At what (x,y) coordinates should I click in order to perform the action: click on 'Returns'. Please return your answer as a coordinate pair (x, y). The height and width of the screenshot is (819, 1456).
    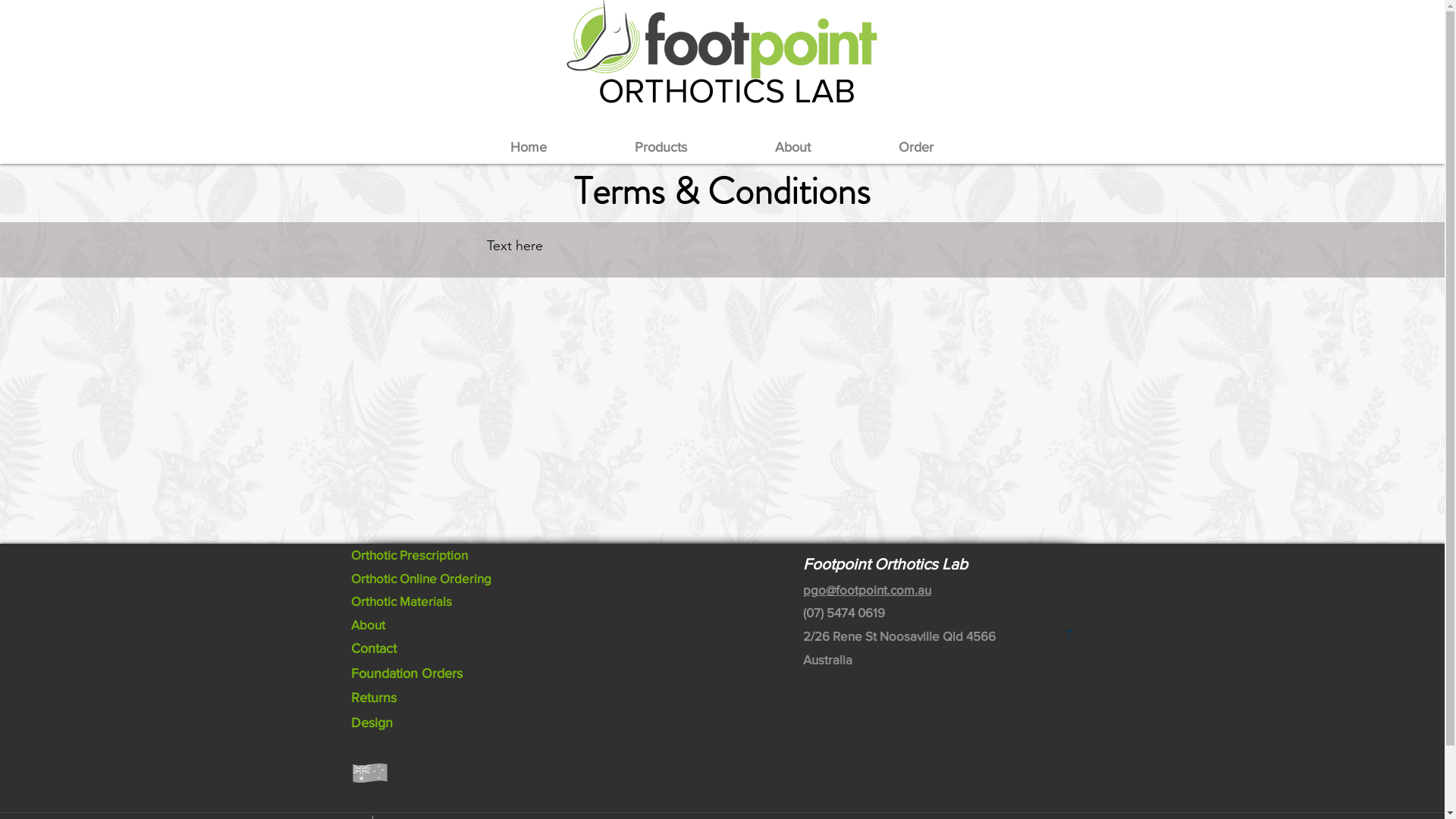
    Looking at the image, I should click on (372, 698).